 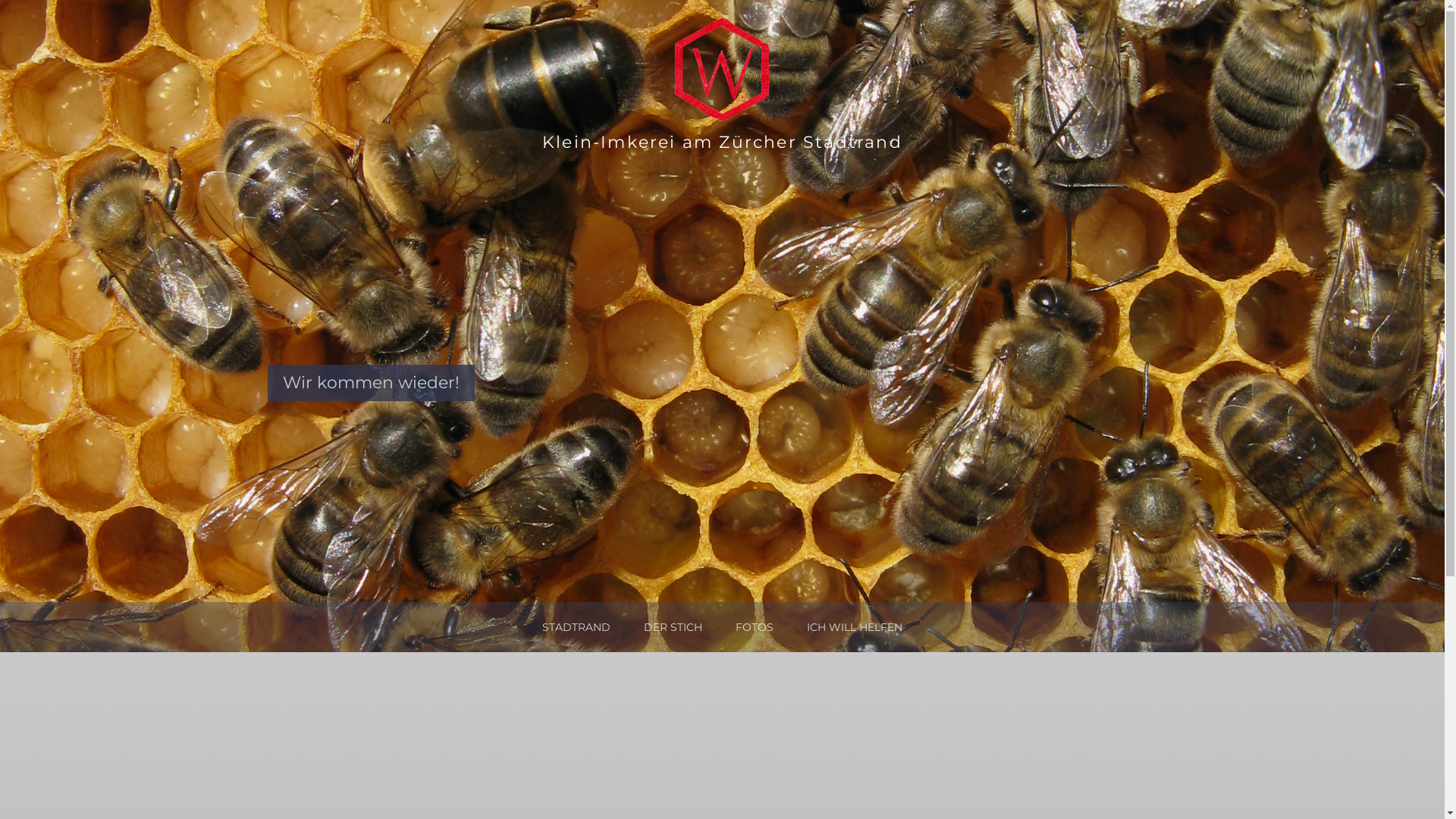 I want to click on 'DER STICH', so click(x=644, y=626).